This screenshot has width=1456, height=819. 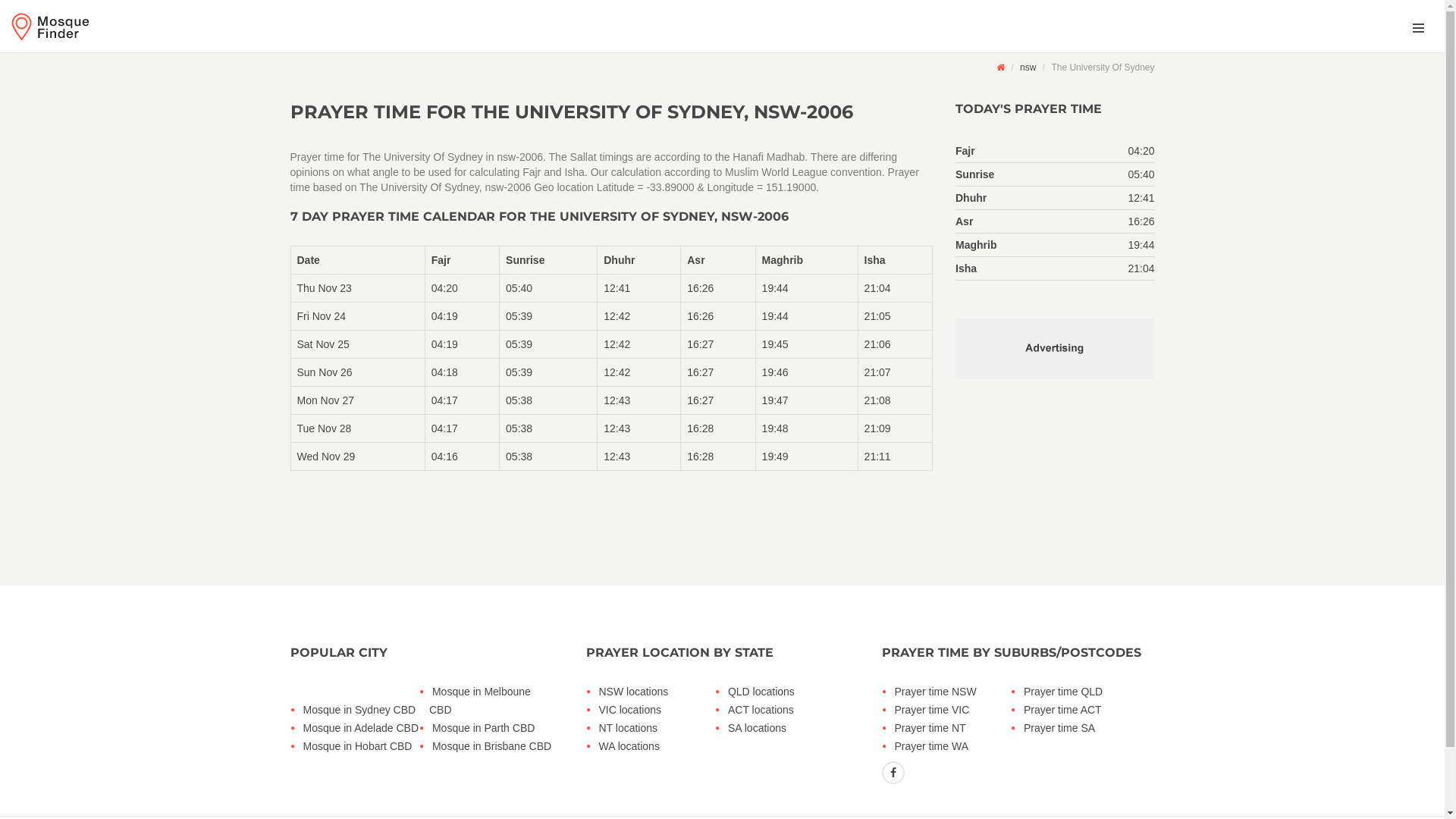 I want to click on 'Prayer time VIC', so click(x=892, y=710).